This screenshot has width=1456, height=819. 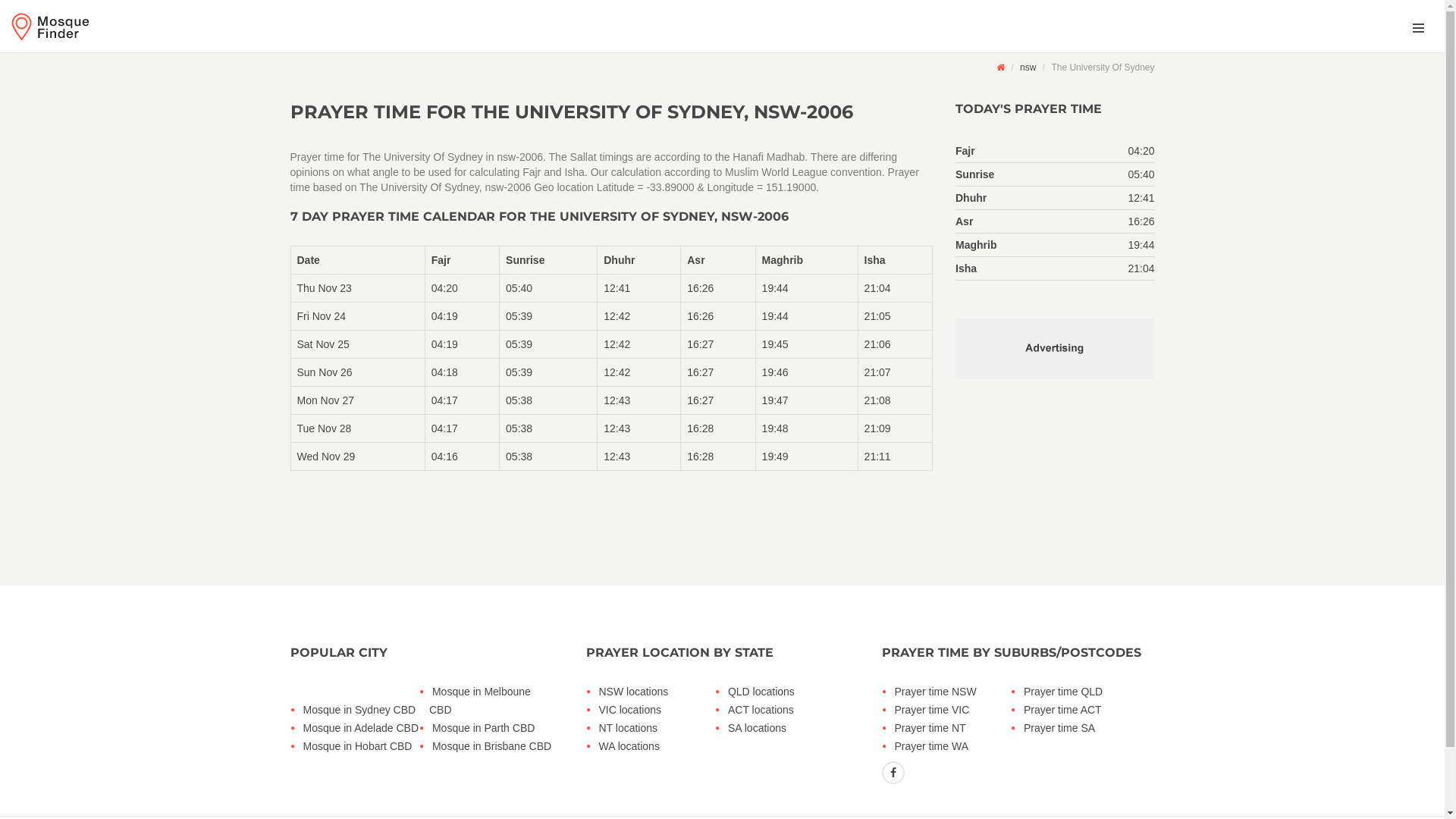 I want to click on 'Prayer time VIC', so click(x=892, y=710).